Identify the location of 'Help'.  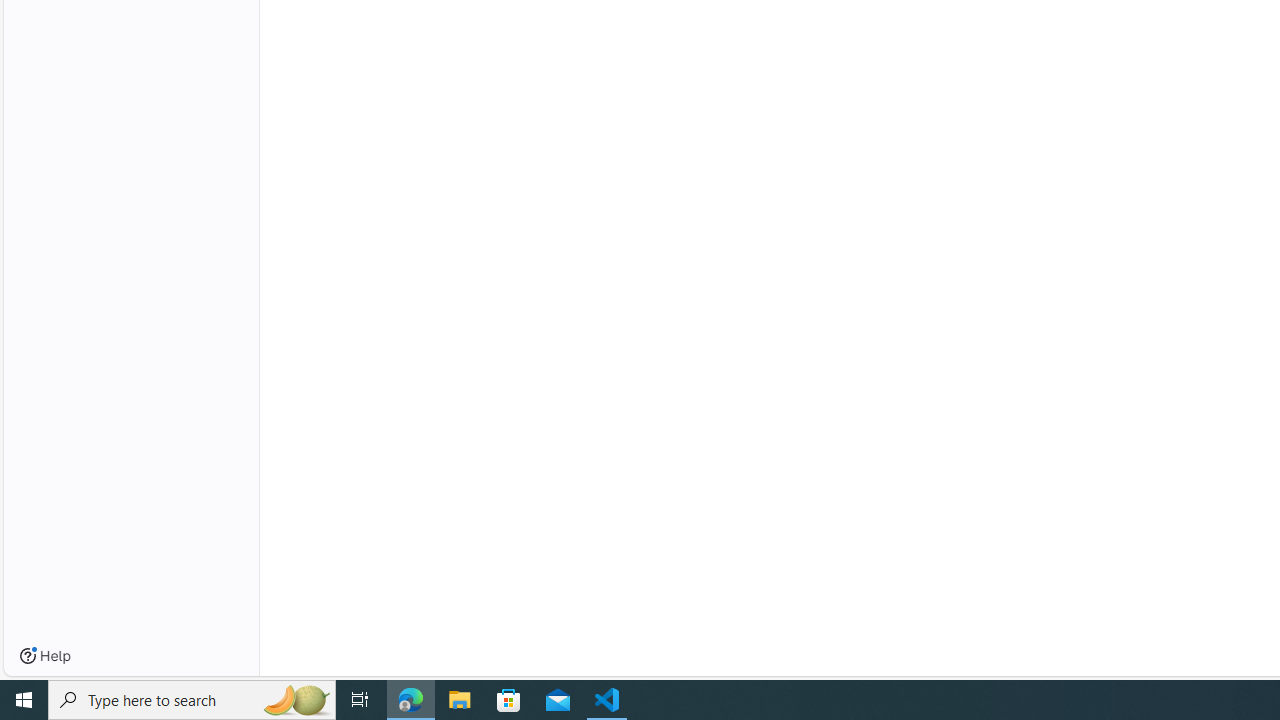
(45, 655).